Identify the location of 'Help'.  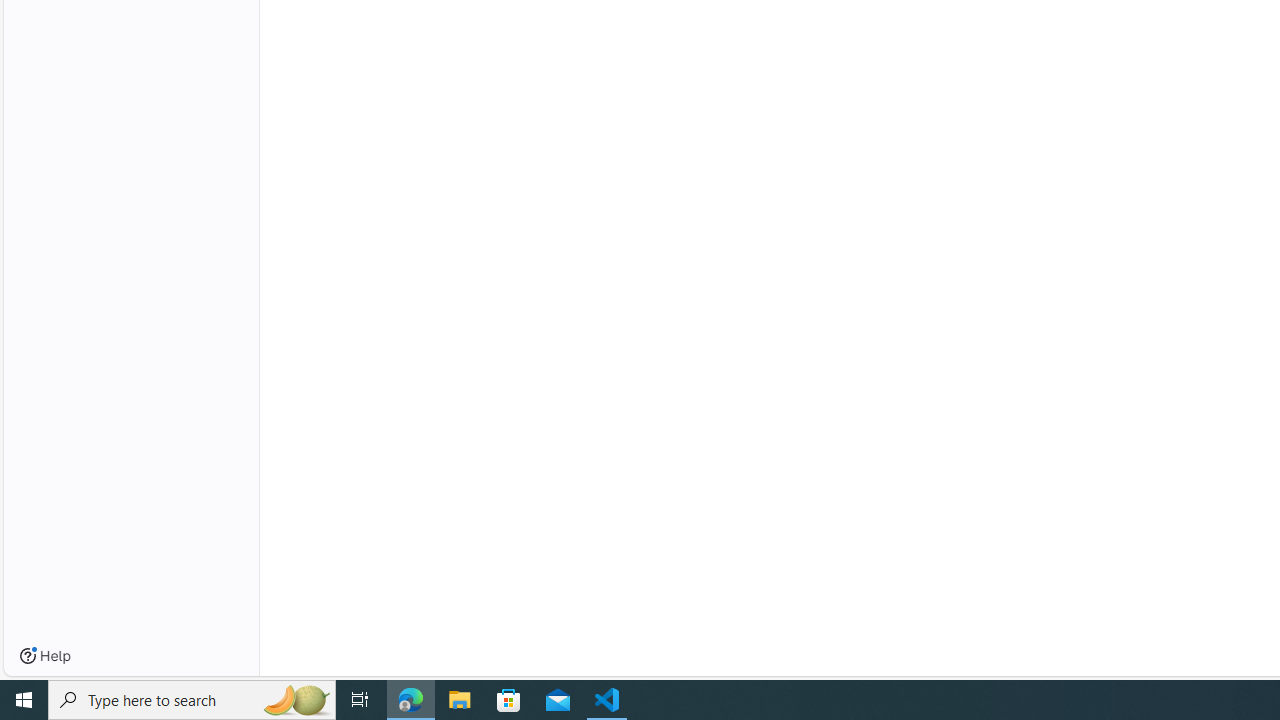
(45, 655).